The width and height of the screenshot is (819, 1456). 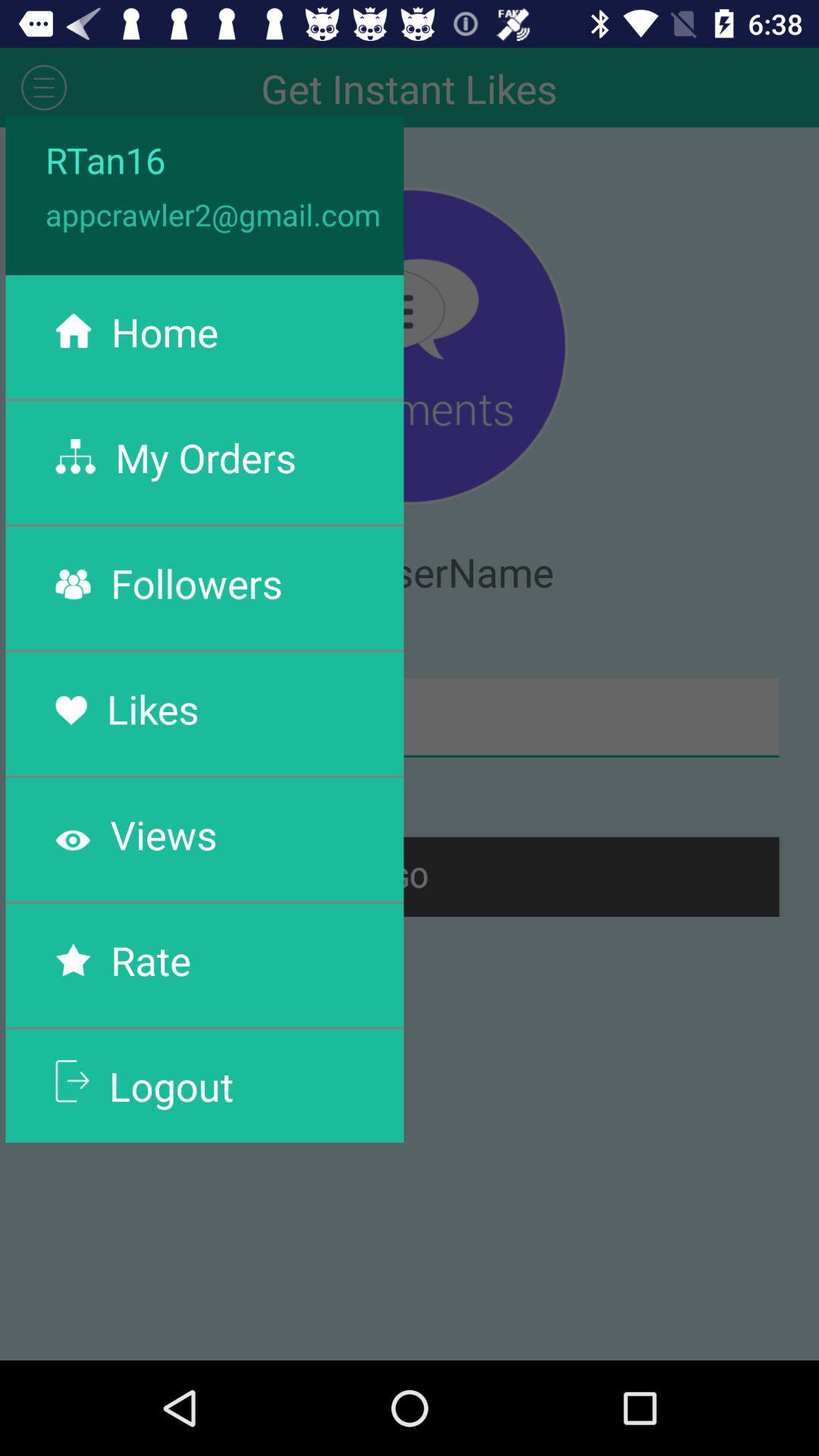 What do you see at coordinates (196, 582) in the screenshot?
I see `the followers` at bounding box center [196, 582].